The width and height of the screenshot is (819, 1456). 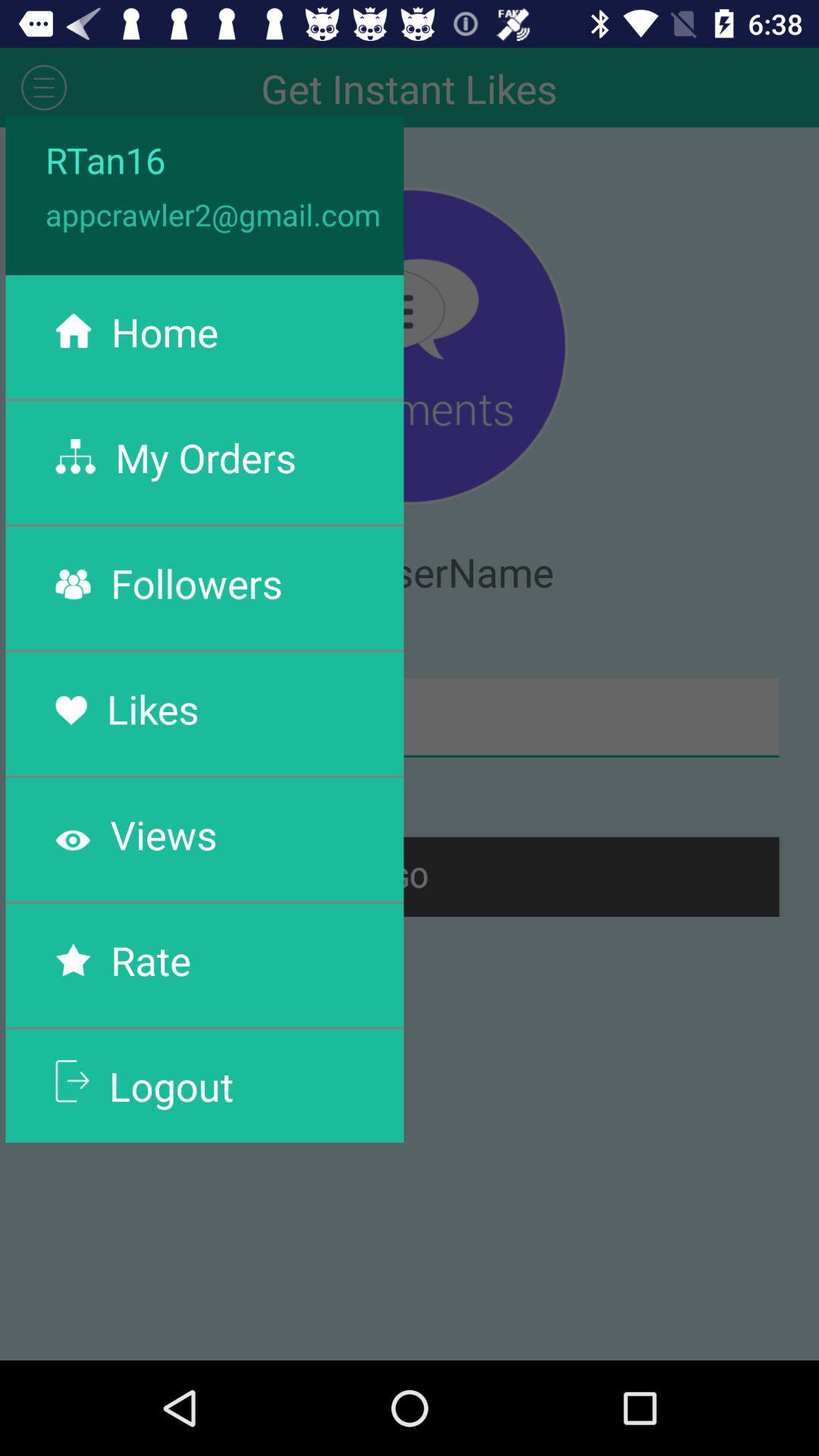 What do you see at coordinates (196, 582) in the screenshot?
I see `the followers` at bounding box center [196, 582].